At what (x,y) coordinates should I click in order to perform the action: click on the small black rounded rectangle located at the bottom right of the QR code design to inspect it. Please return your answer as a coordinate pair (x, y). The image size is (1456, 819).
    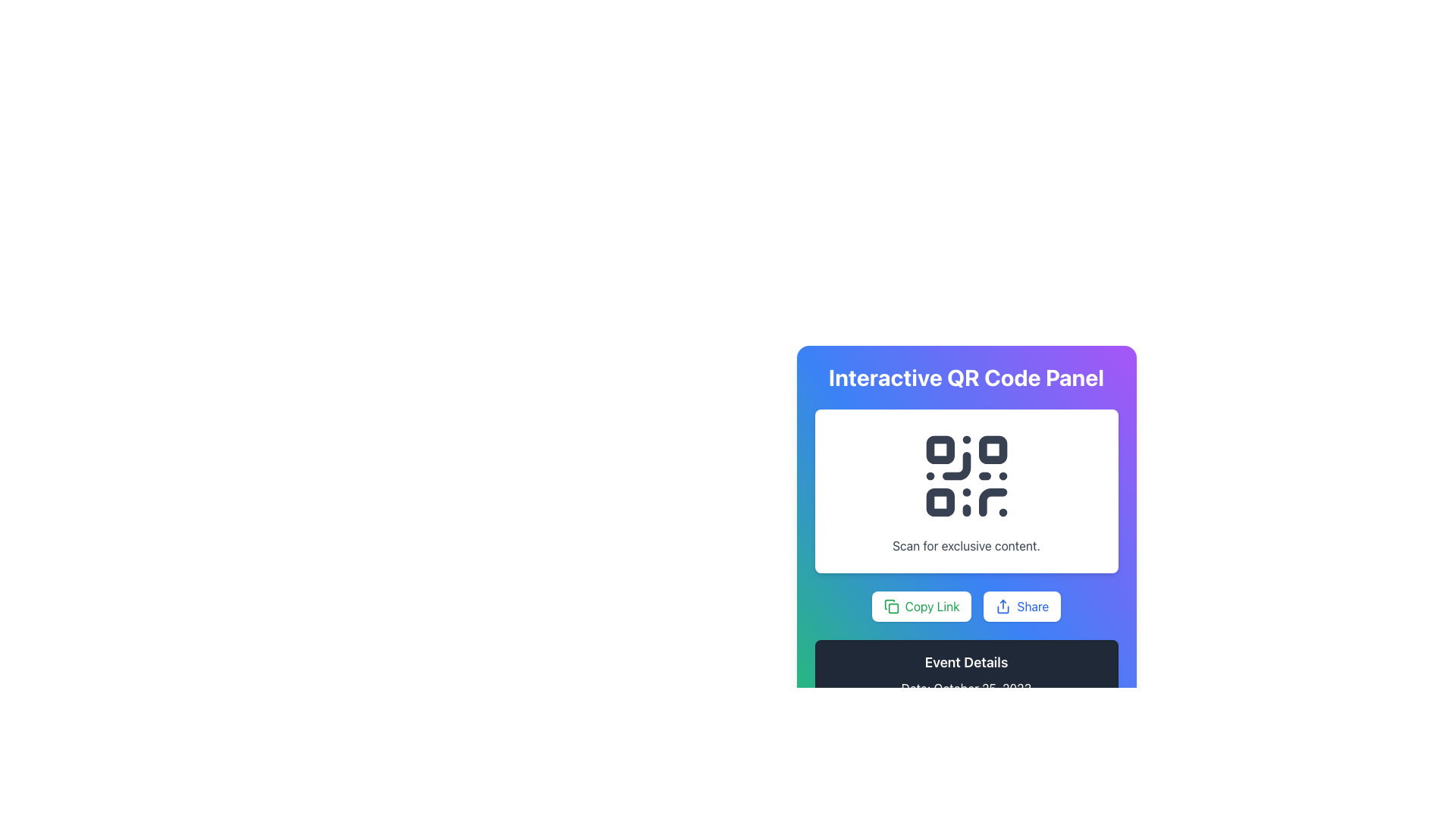
    Looking at the image, I should click on (993, 502).